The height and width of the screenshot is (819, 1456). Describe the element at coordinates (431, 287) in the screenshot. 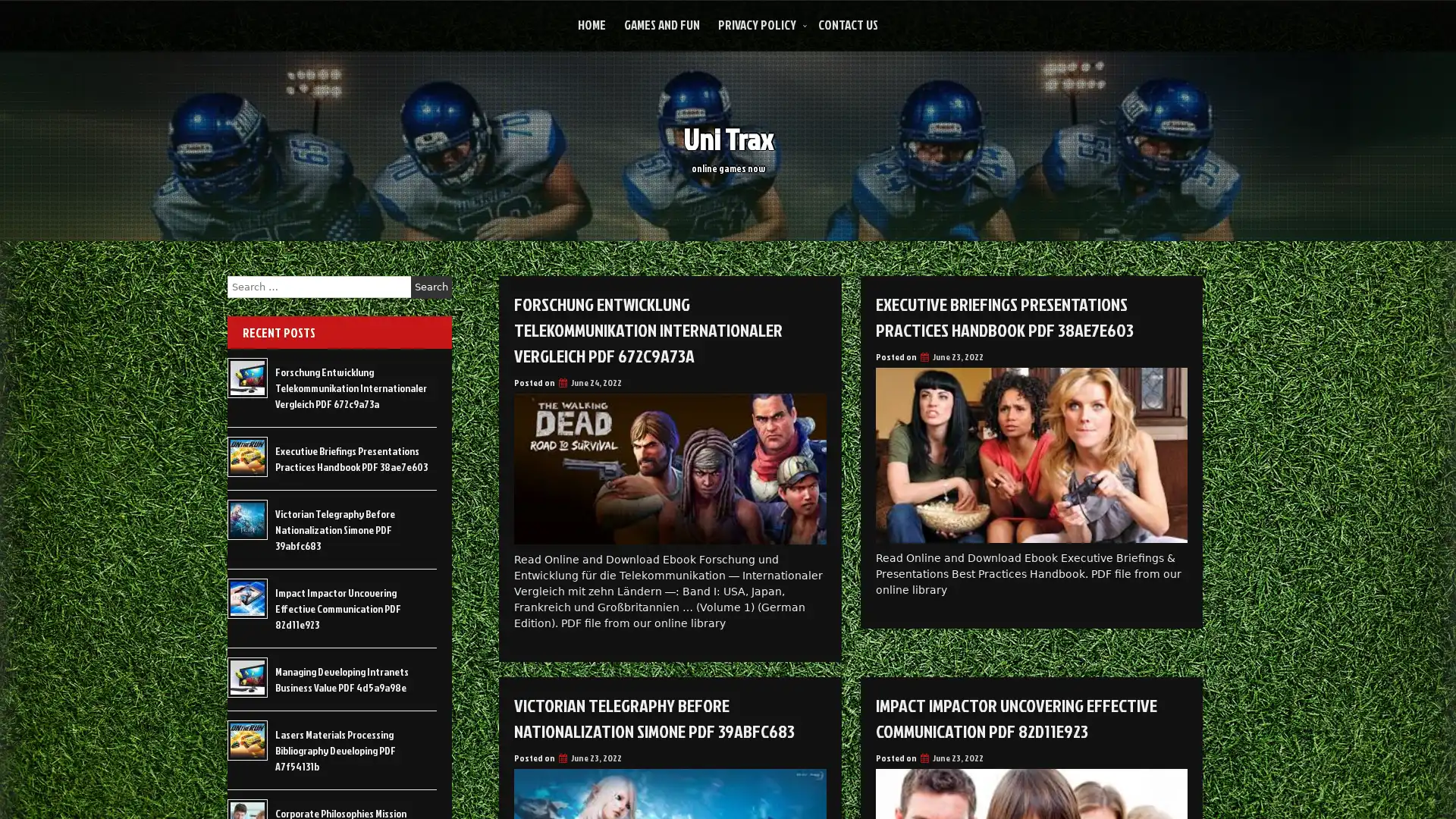

I see `Search` at that location.